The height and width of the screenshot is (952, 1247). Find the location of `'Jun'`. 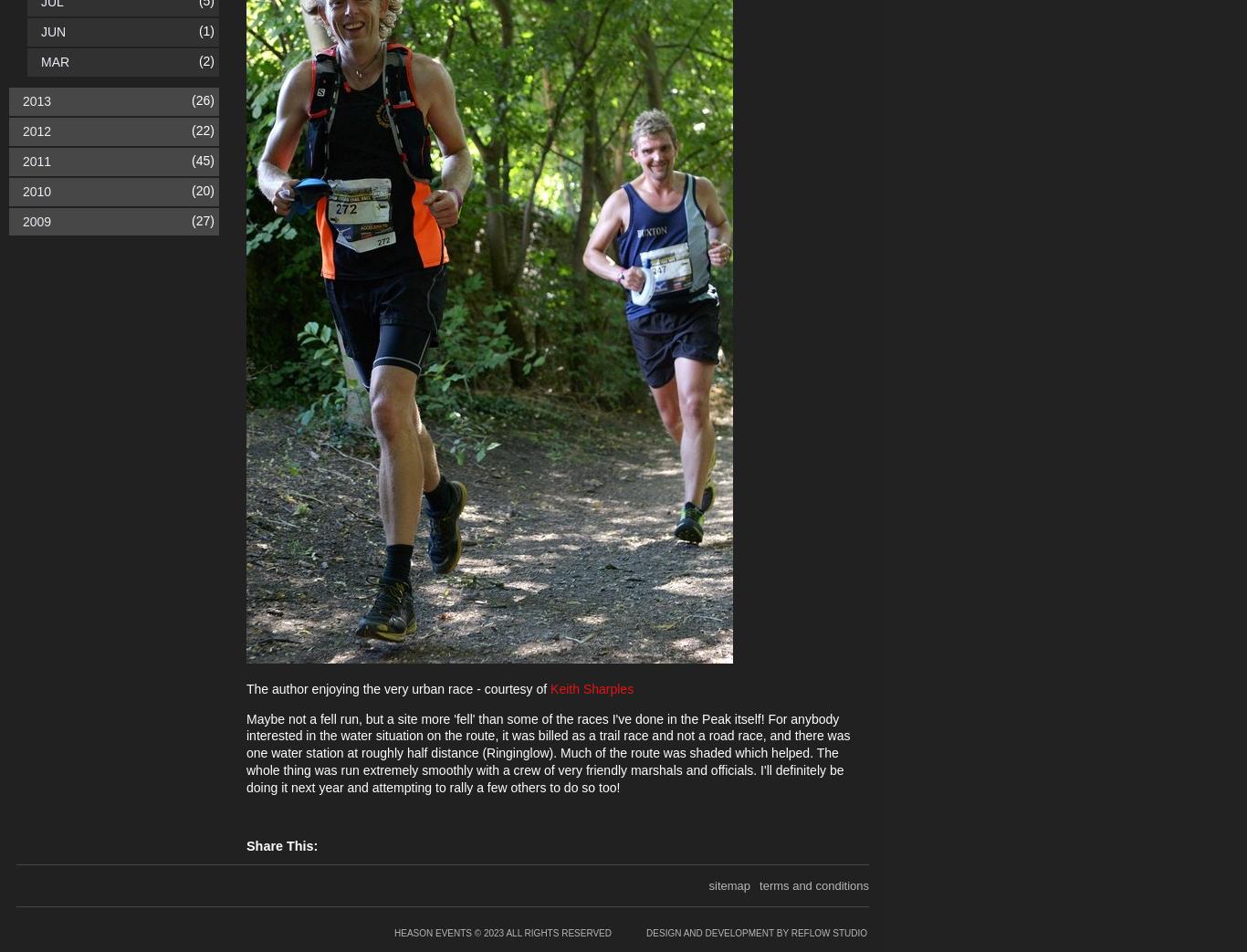

'Jun' is located at coordinates (53, 31).